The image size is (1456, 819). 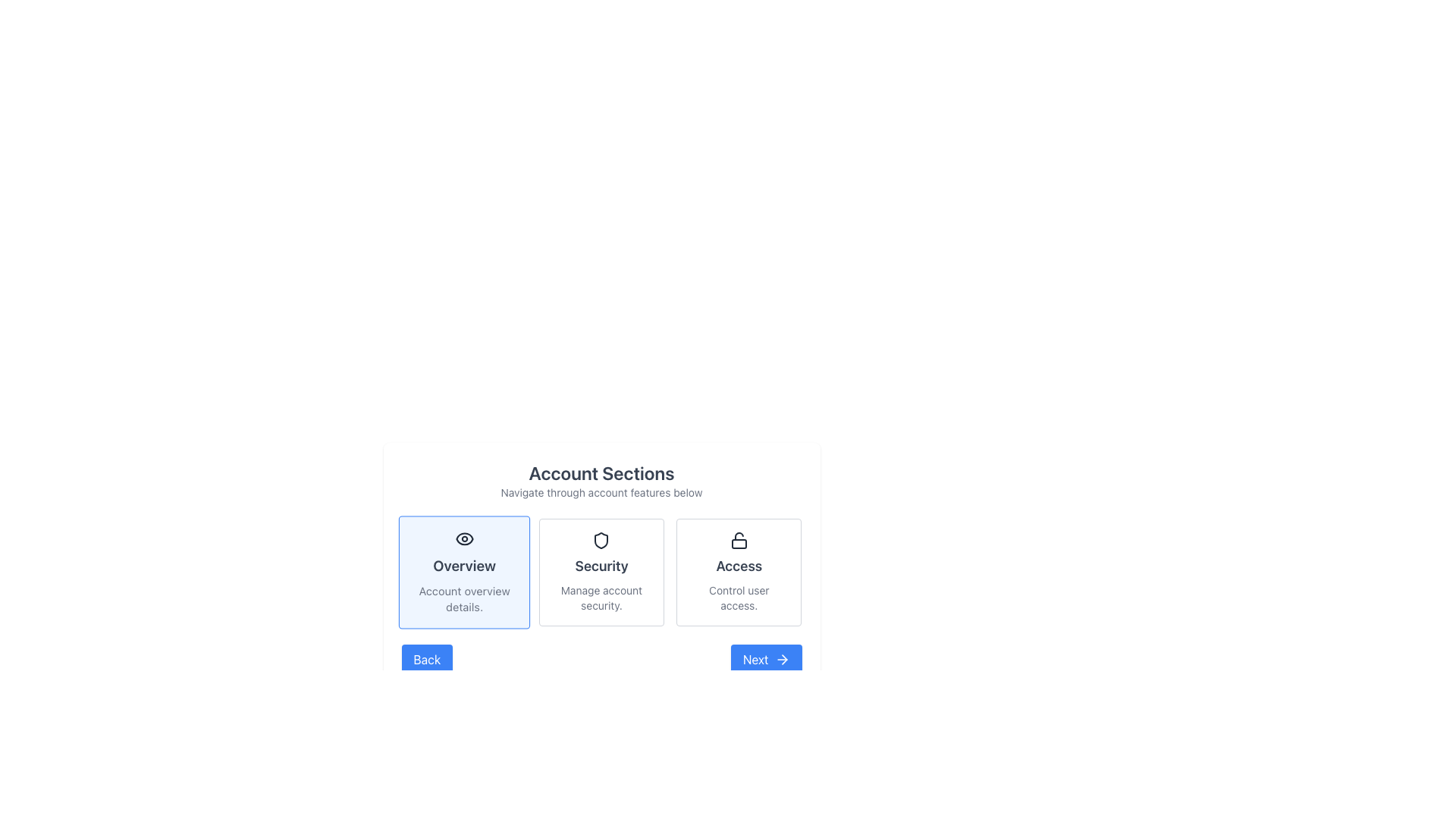 I want to click on keyboard navigation, so click(x=601, y=573).